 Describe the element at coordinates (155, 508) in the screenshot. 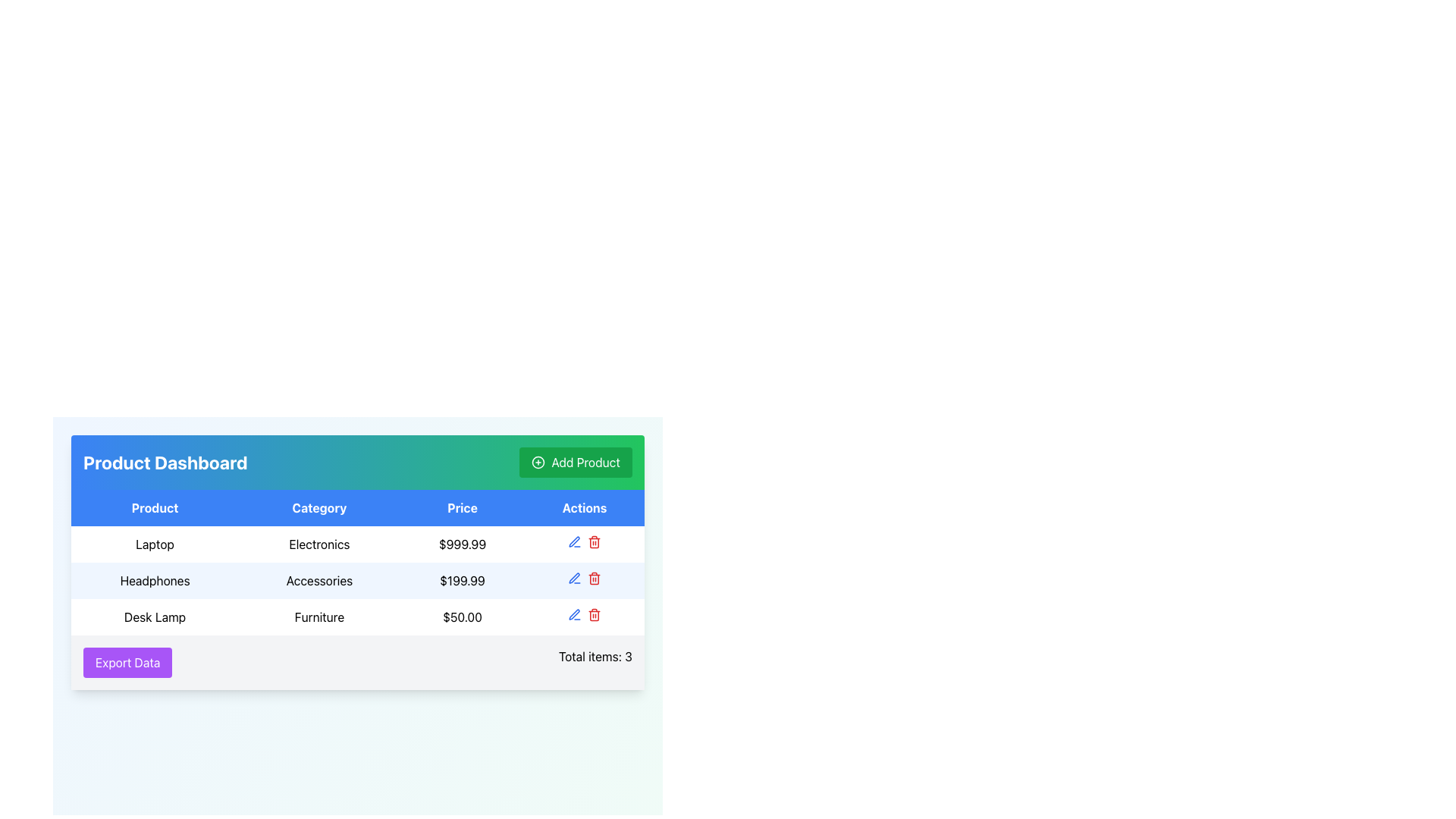

I see `the rectangular blue box labeled 'Product' which is the first column header in the table` at that location.